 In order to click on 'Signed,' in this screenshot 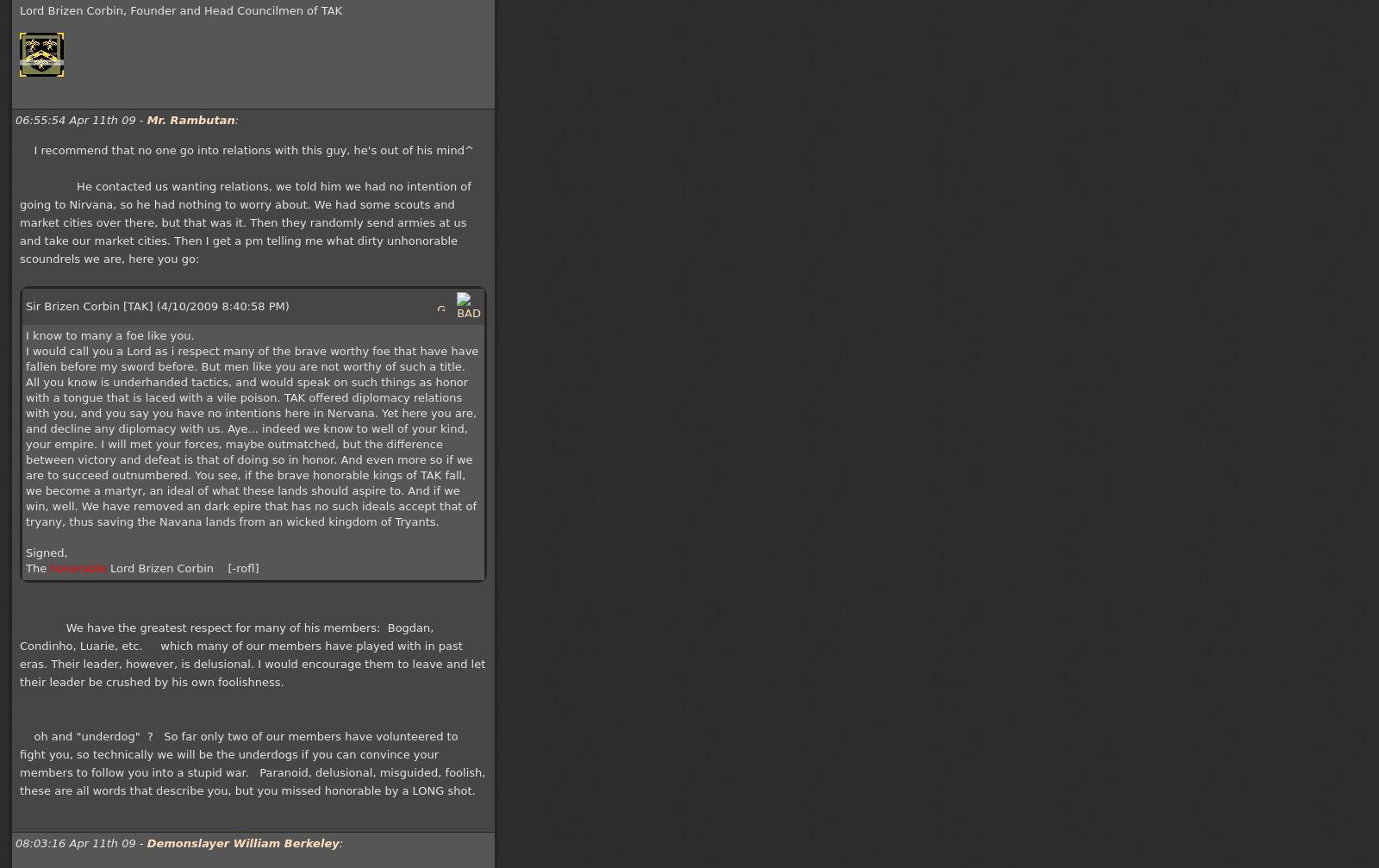, I will do `click(46, 552)`.